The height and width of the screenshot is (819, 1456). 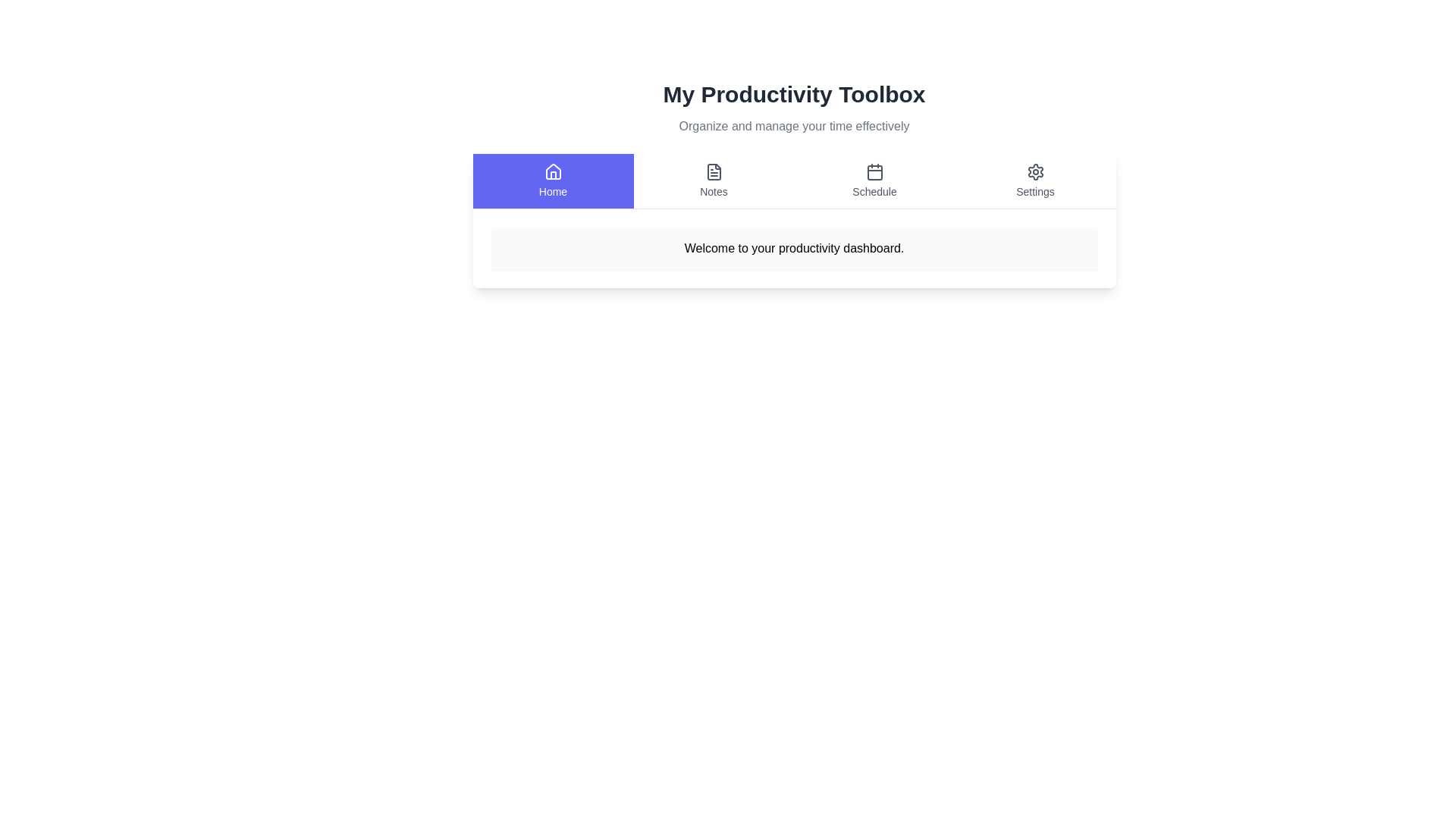 I want to click on the 'Home' icon in the top navigation bar, which is centered within the first tab and serves as a visual cue to navigate to the homepage, so click(x=552, y=171).